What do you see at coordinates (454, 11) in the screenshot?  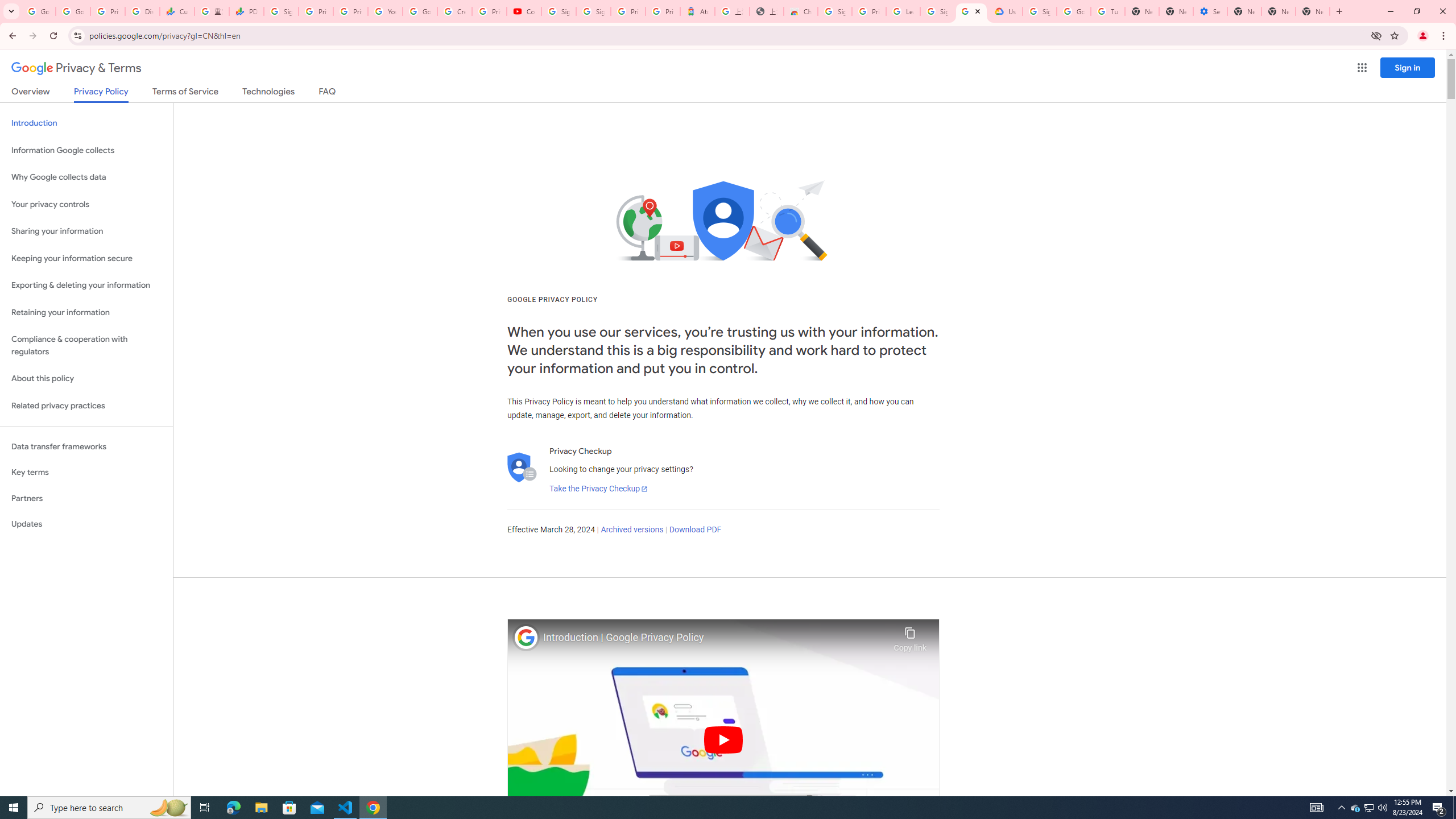 I see `'Create your Google Account'` at bounding box center [454, 11].